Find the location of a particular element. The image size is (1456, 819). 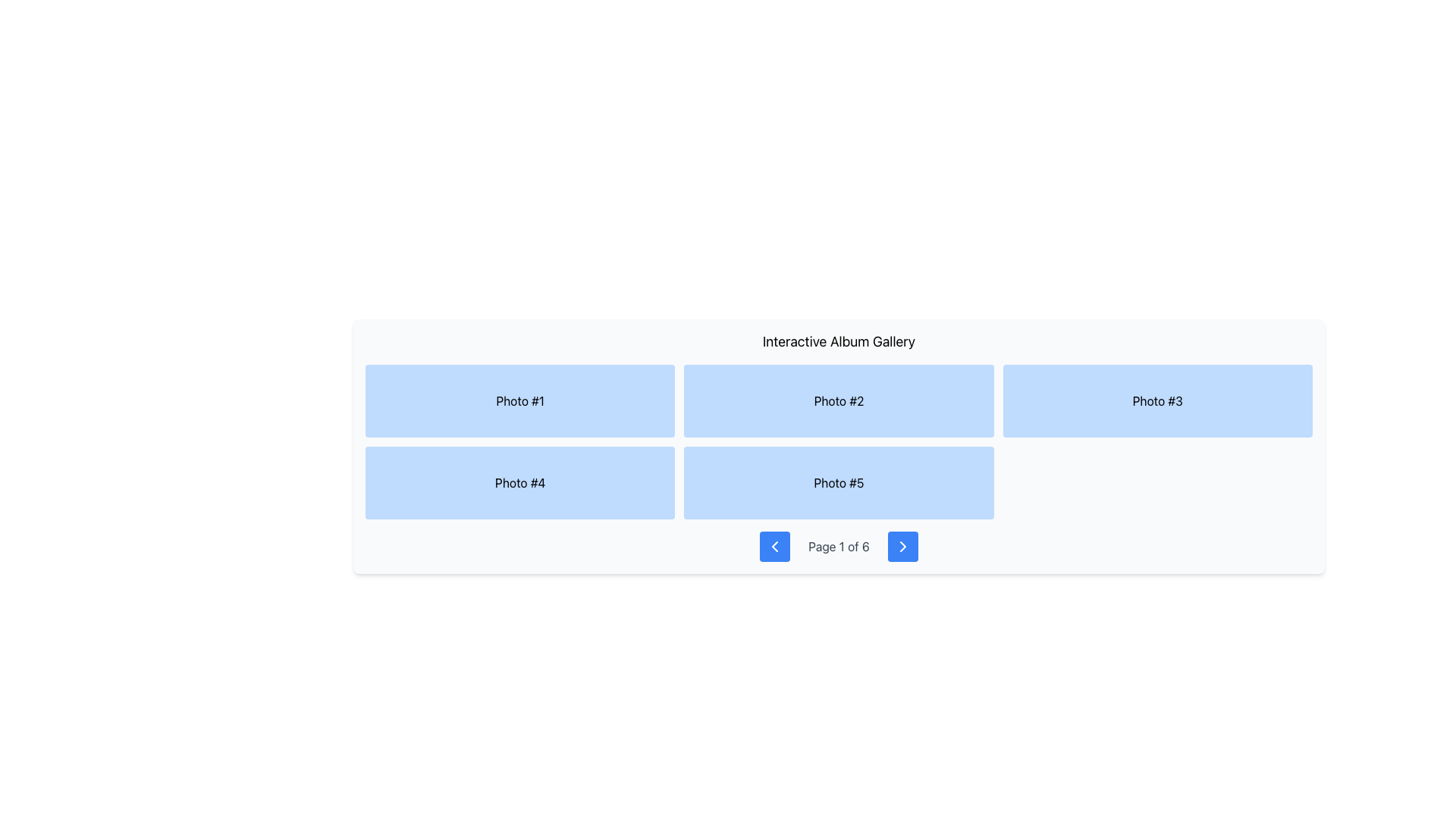

the text element that displays the current page number and total page count in the photo gallery, positioned at the bottom of the interface between the left and right arrow buttons is located at coordinates (838, 547).